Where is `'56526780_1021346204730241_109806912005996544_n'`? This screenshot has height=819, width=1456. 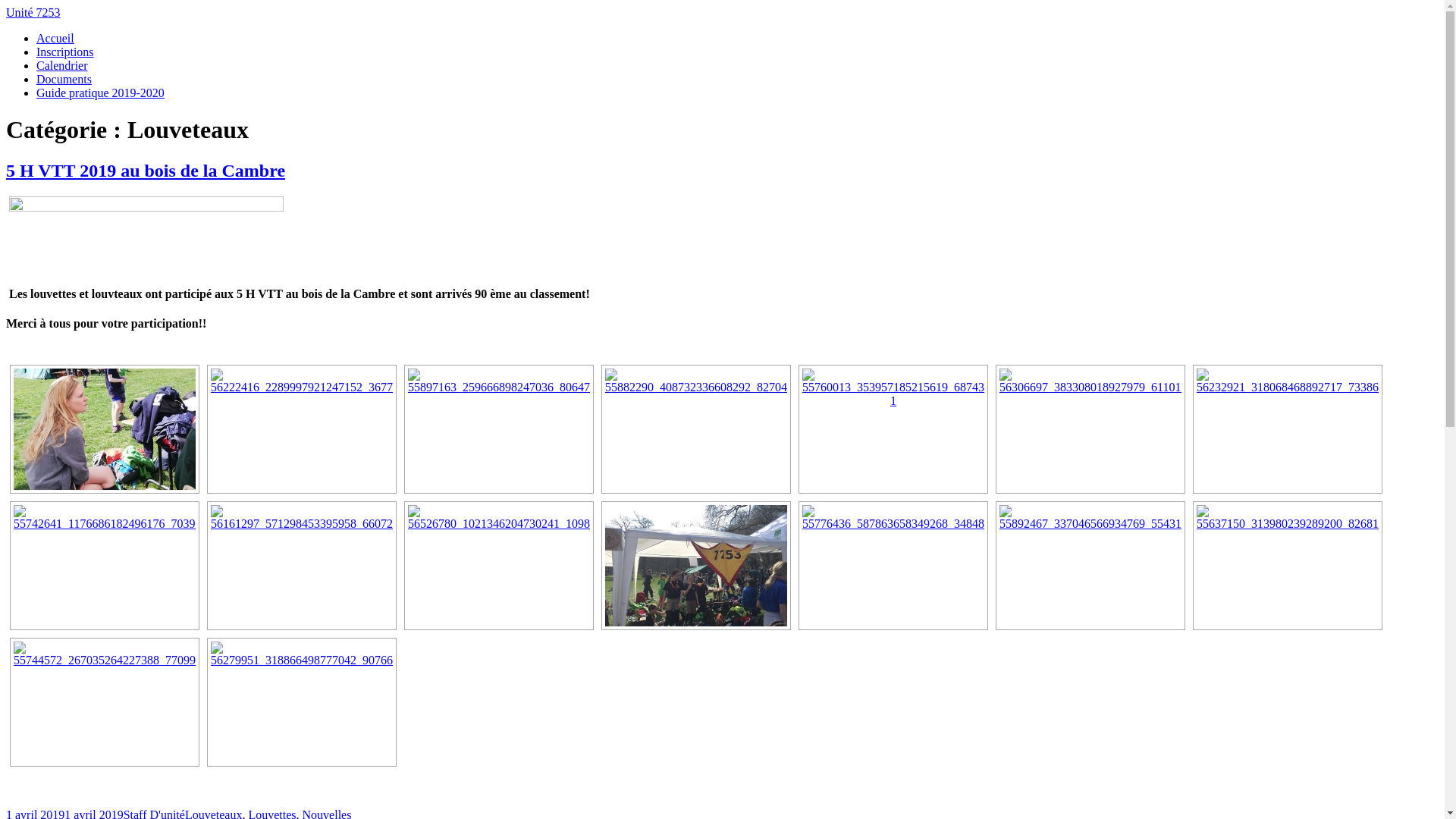 '56526780_1021346204730241_109806912005996544_n' is located at coordinates (498, 565).